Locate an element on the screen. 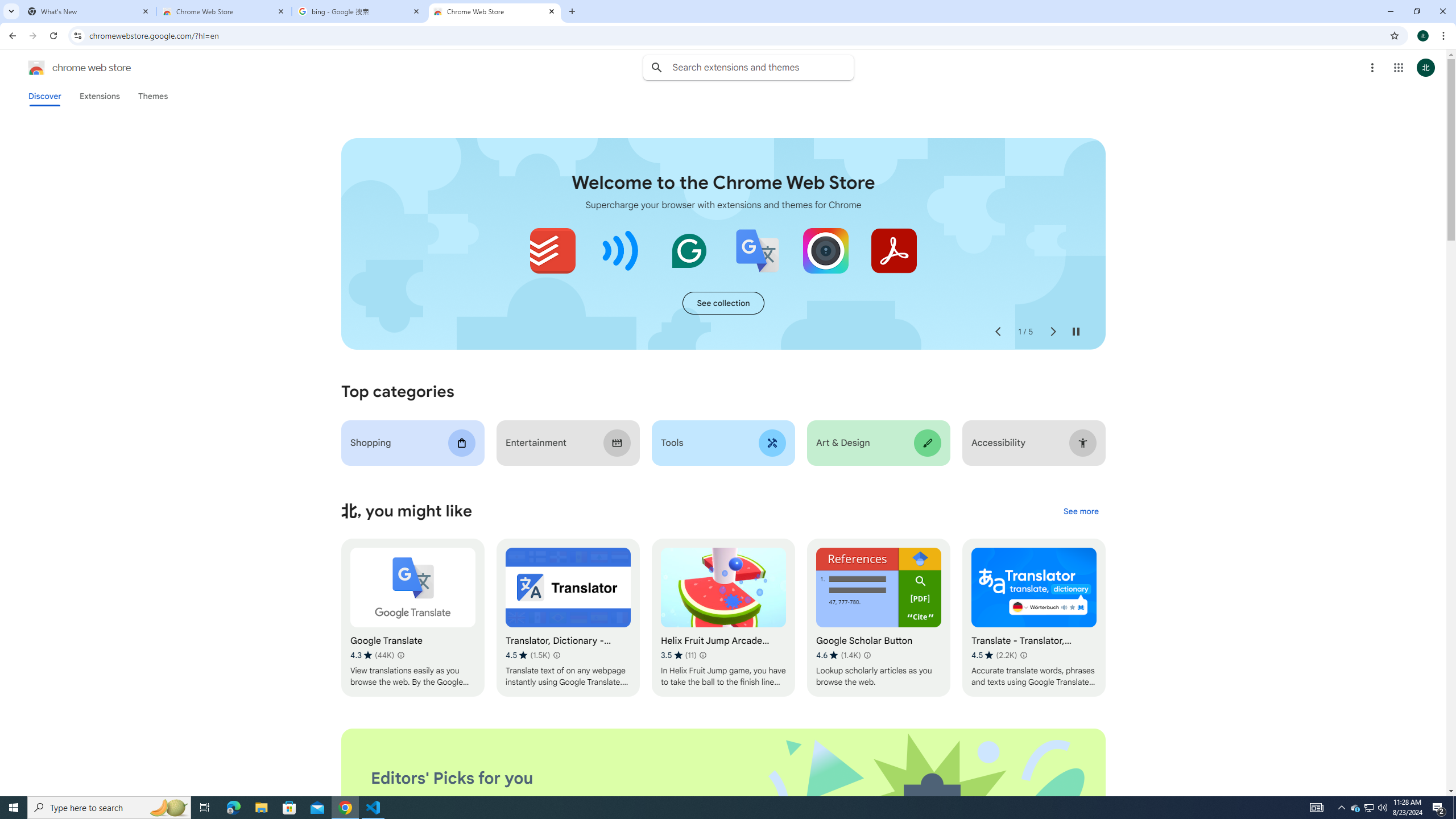 This screenshot has width=1456, height=819. 'Adobe Acrobat: PDF edit, convert, sign tools' is located at coordinates (892, 250).